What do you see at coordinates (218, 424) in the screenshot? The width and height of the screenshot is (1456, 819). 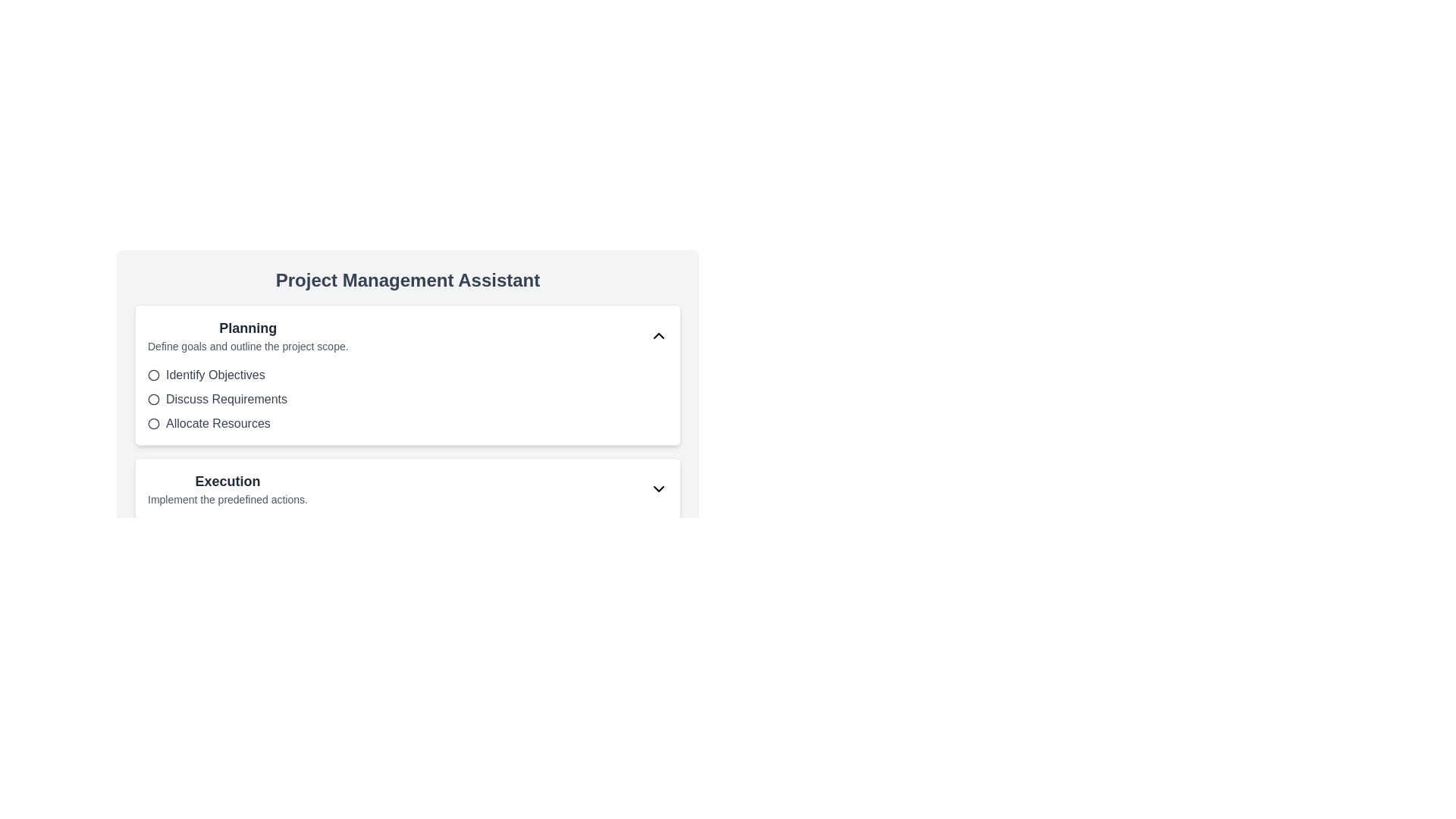 I see `the text label for 'Allocate Resources', the third option in the 'Planning' section` at bounding box center [218, 424].